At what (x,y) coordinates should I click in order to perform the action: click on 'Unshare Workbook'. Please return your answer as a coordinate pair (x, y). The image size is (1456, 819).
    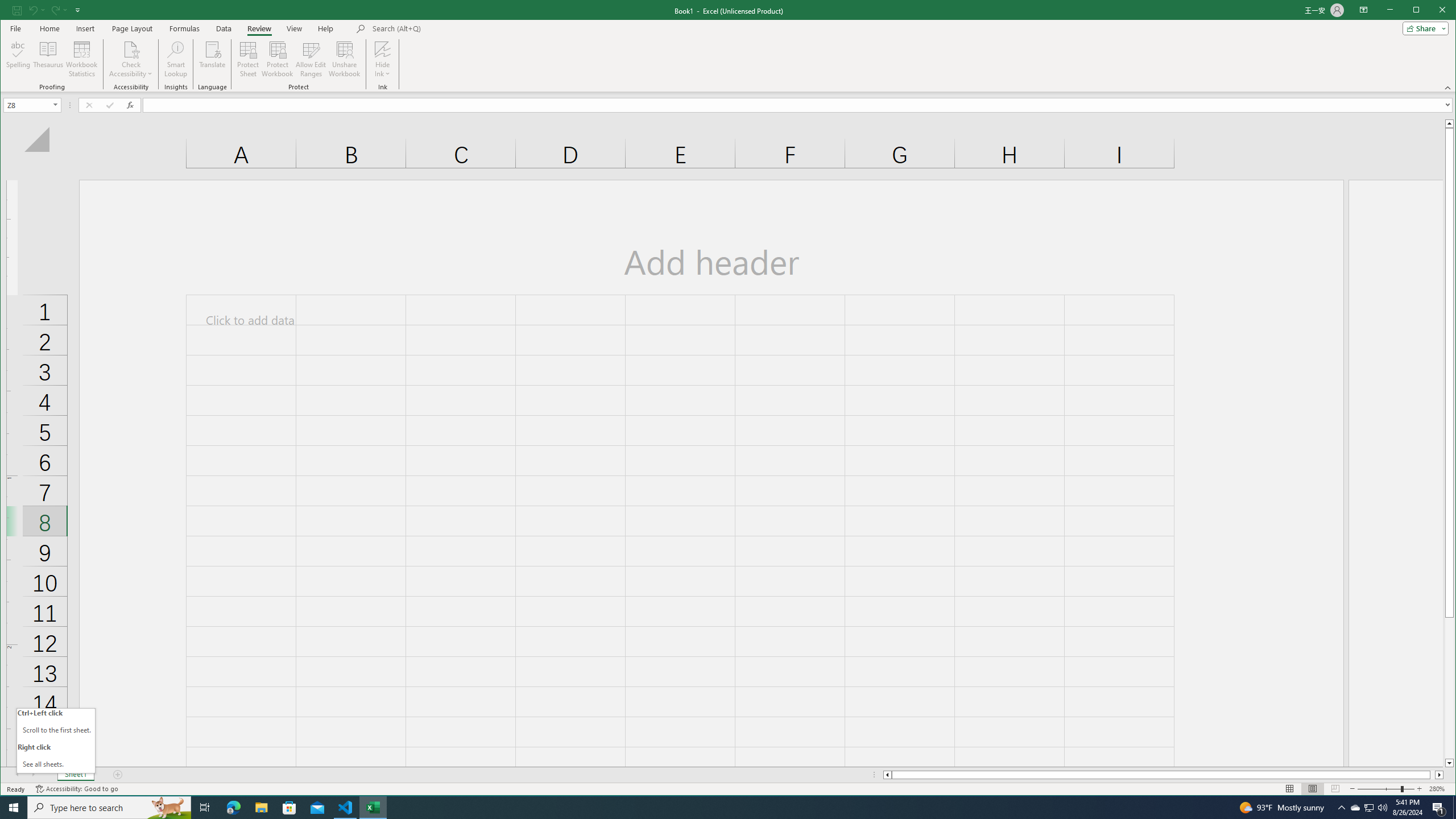
    Looking at the image, I should click on (344, 59).